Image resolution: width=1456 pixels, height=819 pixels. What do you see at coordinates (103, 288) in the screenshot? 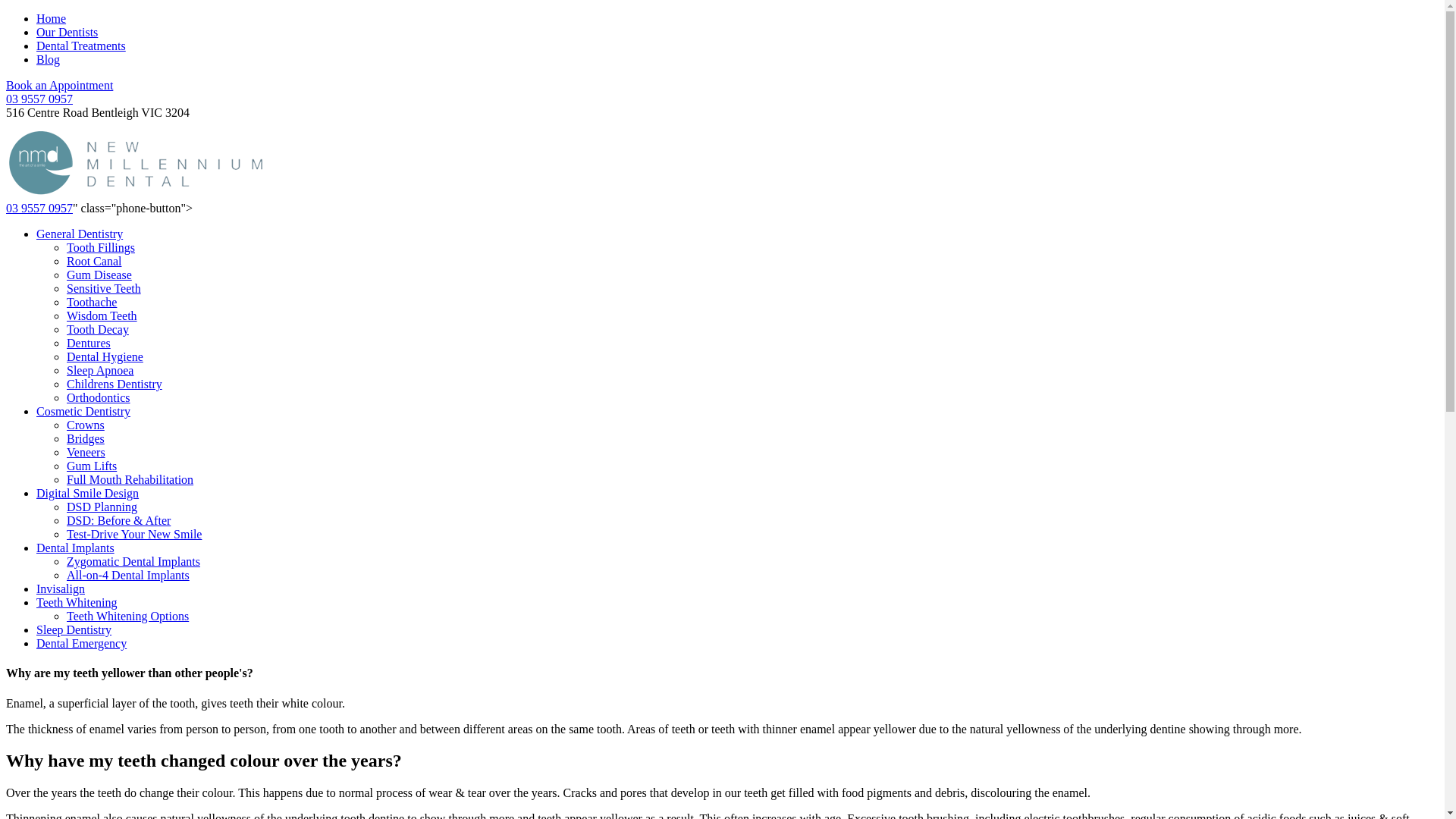
I see `'Sensitive Teeth'` at bounding box center [103, 288].